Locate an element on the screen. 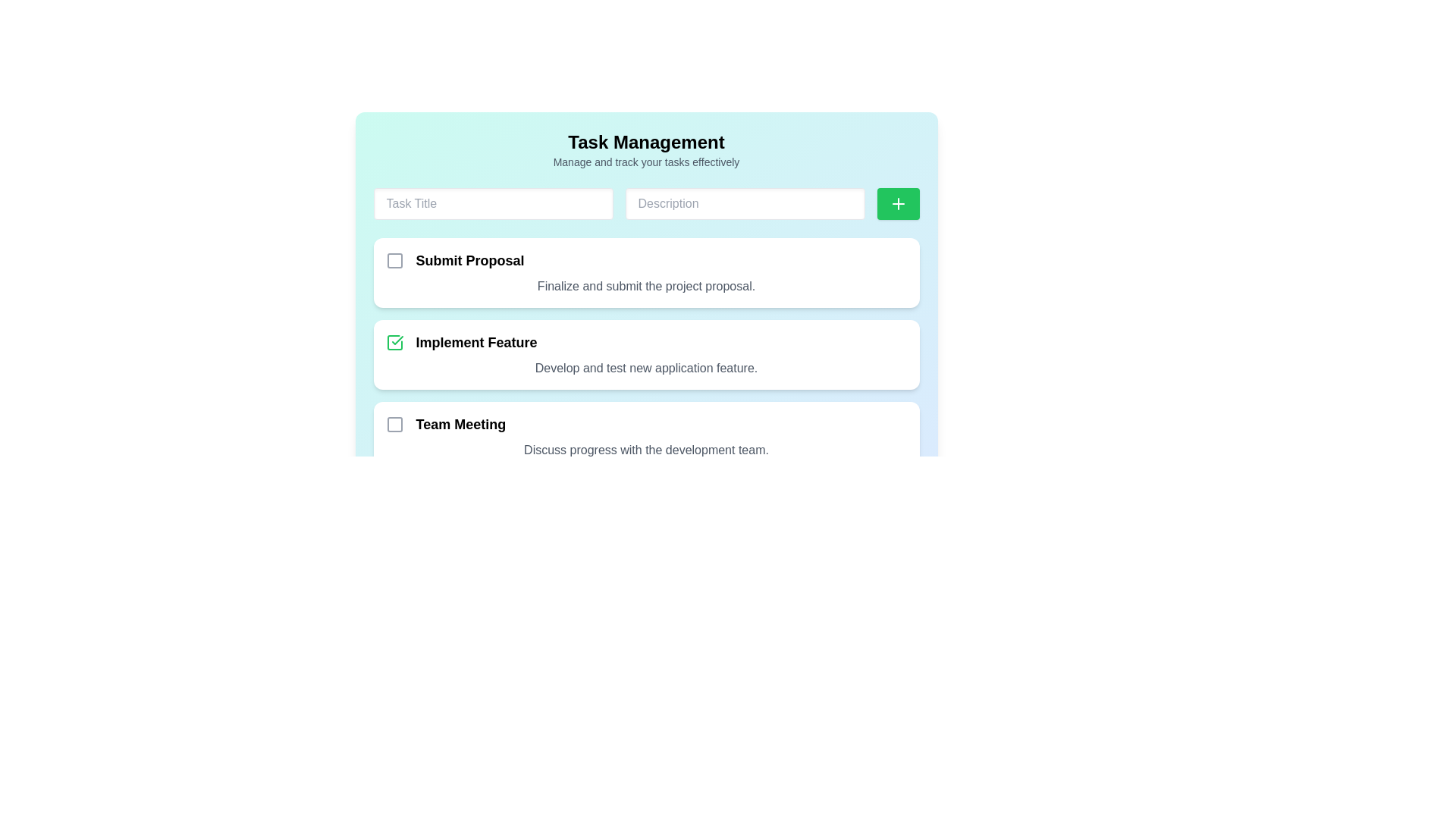 This screenshot has height=819, width=1456. the 'Submit Proposal' checkbox and text label is located at coordinates (454, 259).